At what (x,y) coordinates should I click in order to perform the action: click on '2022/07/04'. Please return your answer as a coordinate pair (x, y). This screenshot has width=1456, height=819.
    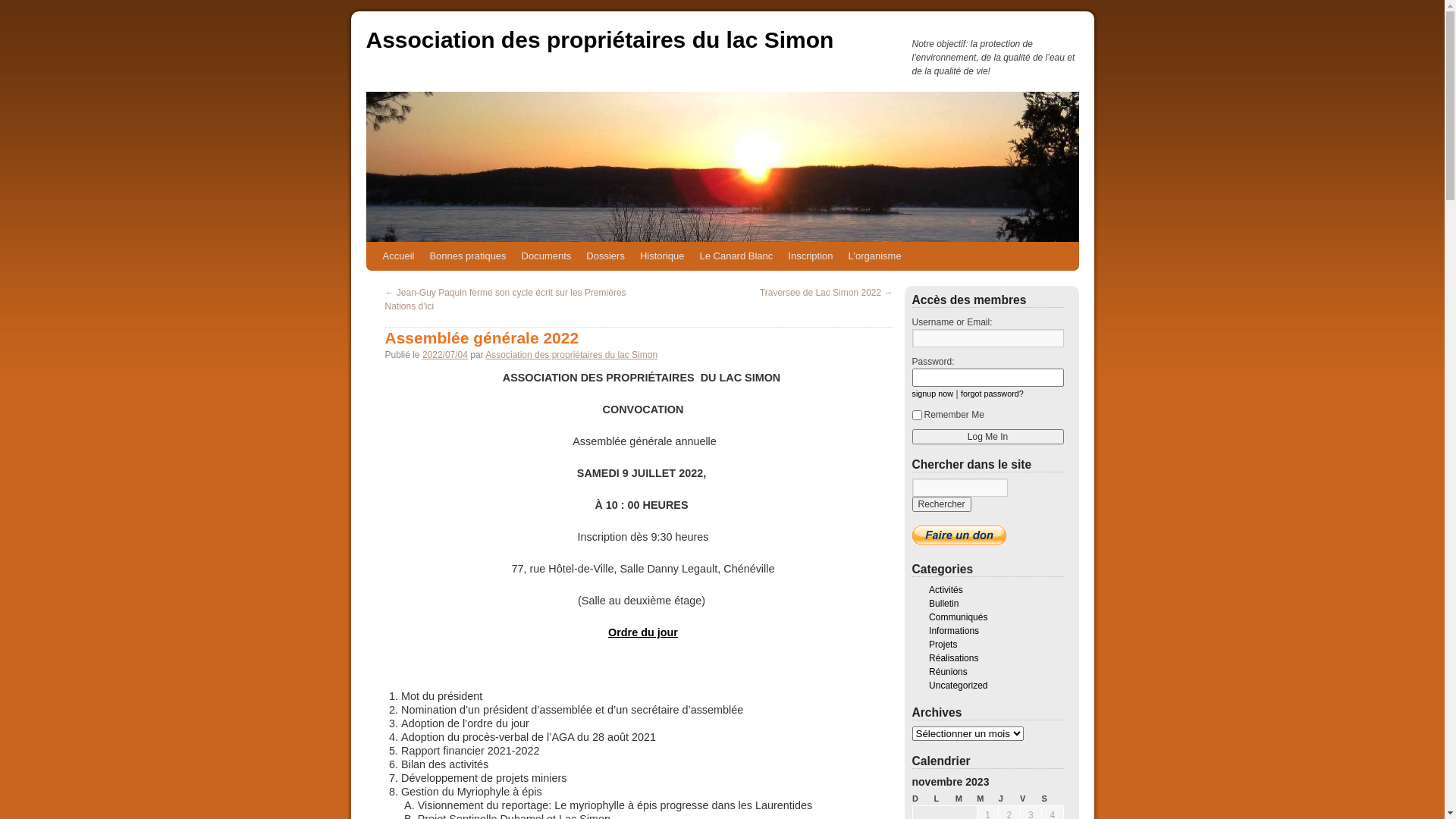
    Looking at the image, I should click on (444, 354).